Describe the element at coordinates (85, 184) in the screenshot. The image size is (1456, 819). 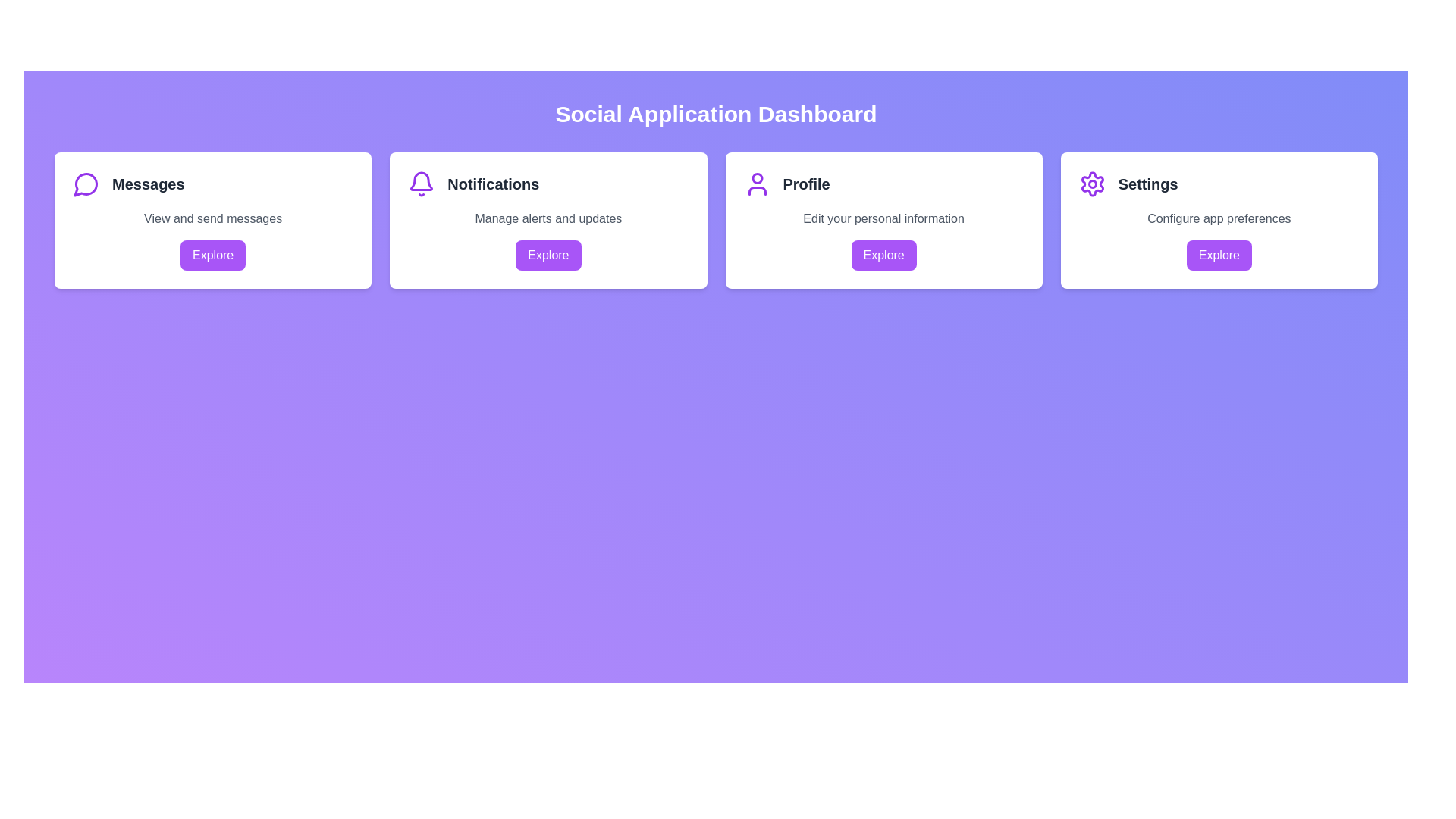
I see `the purple outlined chat bubble icon located at the top left corner of the 'Messages' widget on the dashboard` at that location.